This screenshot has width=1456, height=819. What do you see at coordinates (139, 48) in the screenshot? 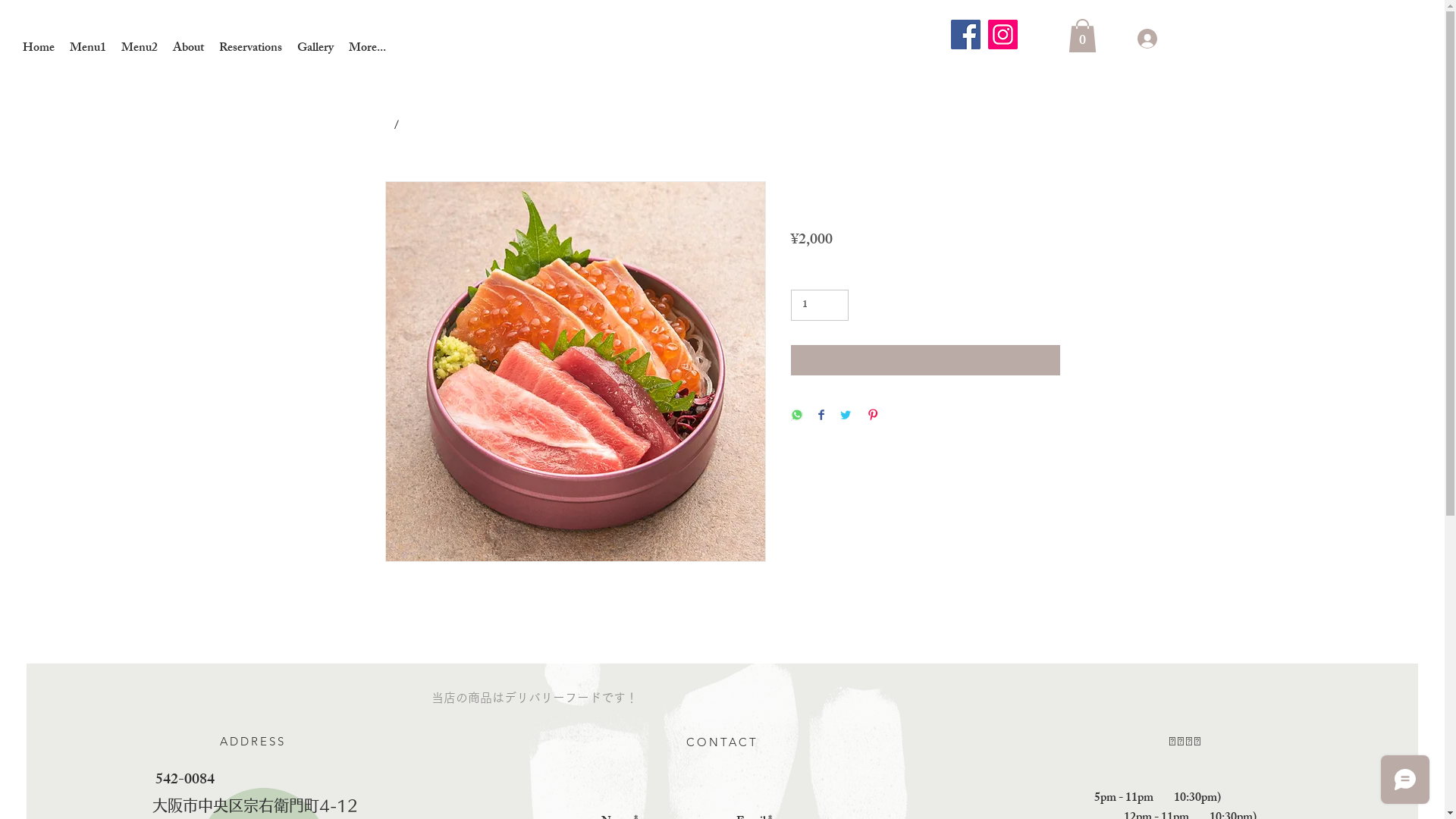
I see `'Menu2'` at bounding box center [139, 48].